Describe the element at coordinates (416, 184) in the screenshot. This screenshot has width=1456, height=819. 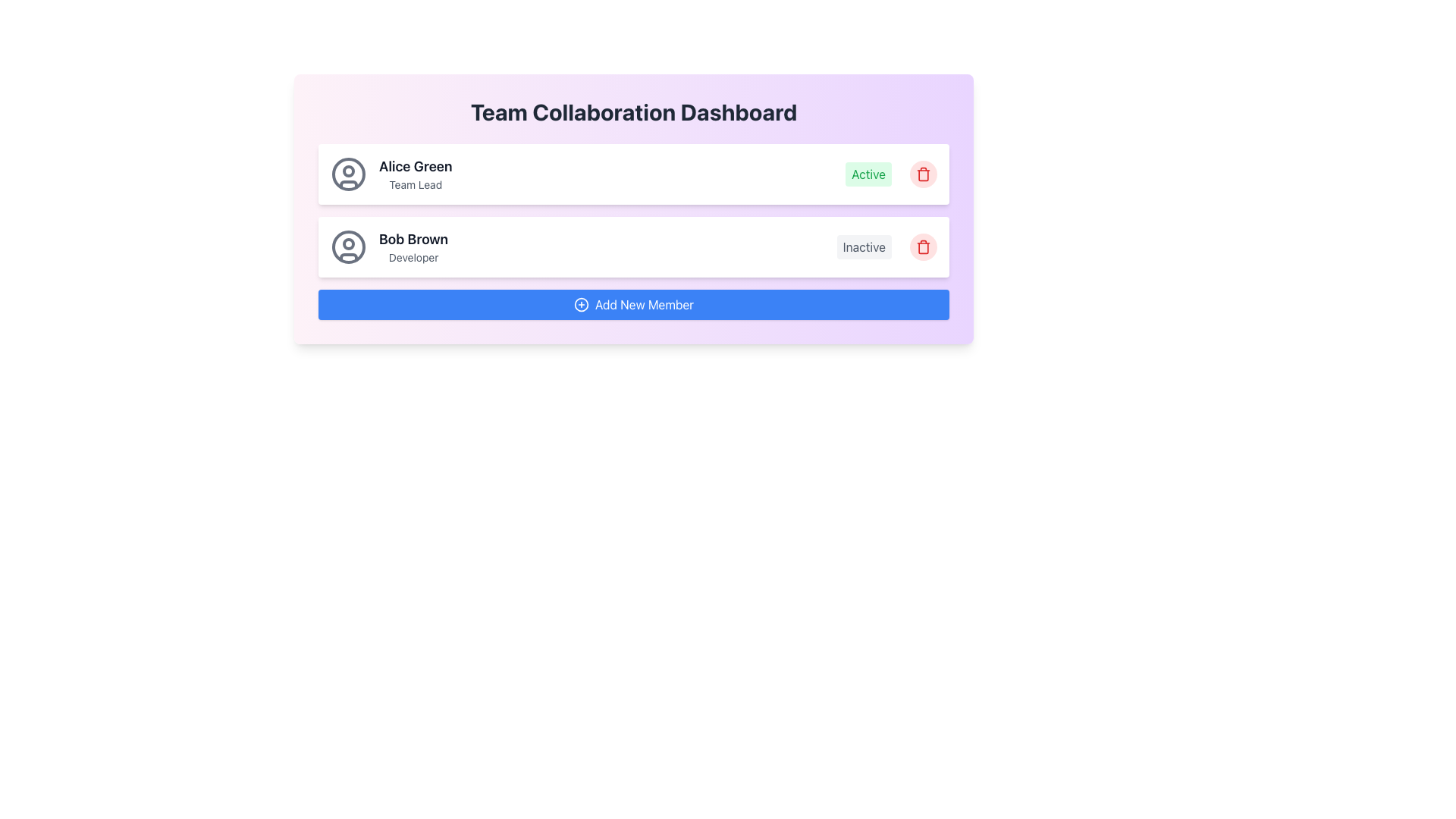
I see `text label indicating the role 'Team Lead' for the person named 'Alice Green', located in the top user card directly below the name` at that location.